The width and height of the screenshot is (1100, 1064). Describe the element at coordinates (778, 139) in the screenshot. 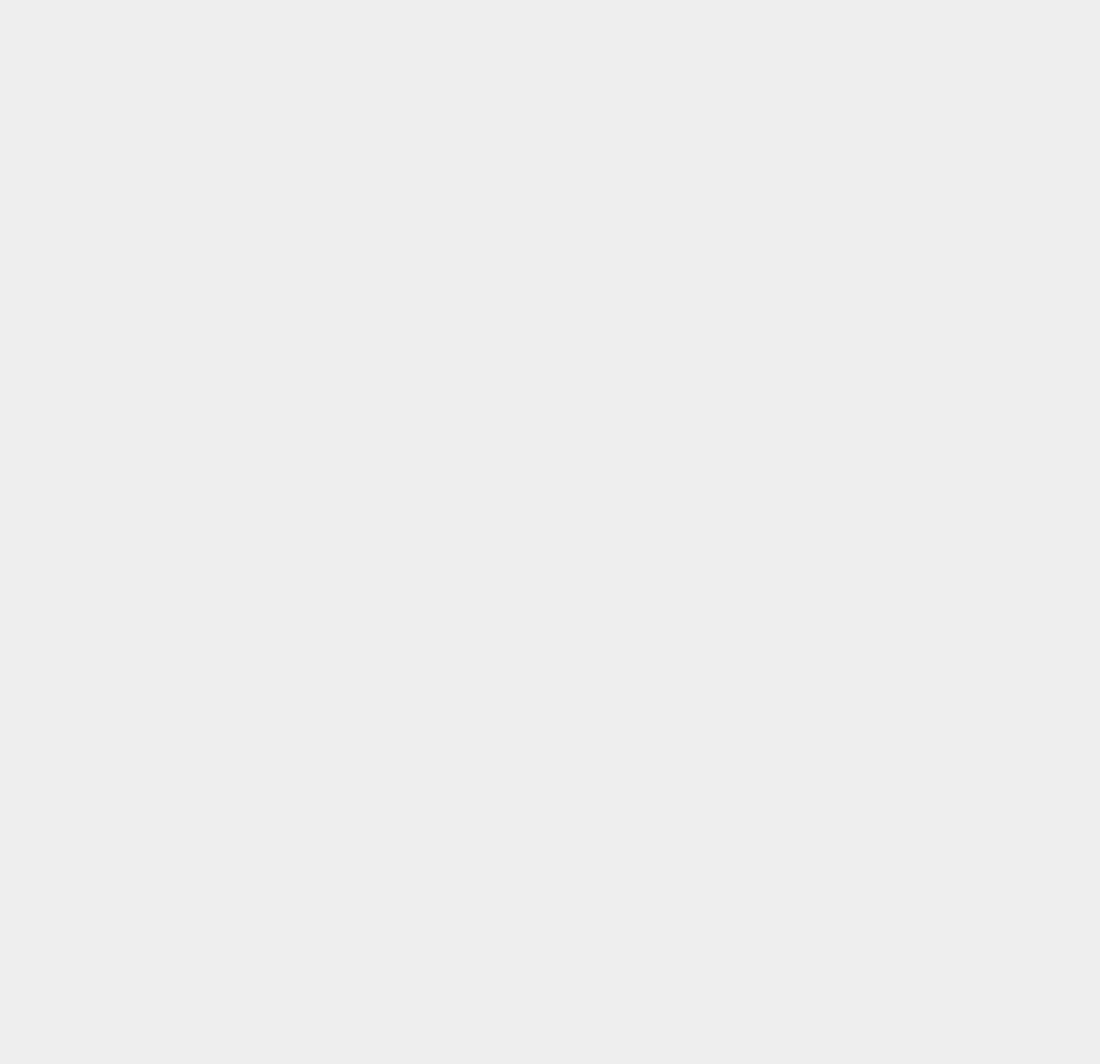

I see `'Baidu'` at that location.